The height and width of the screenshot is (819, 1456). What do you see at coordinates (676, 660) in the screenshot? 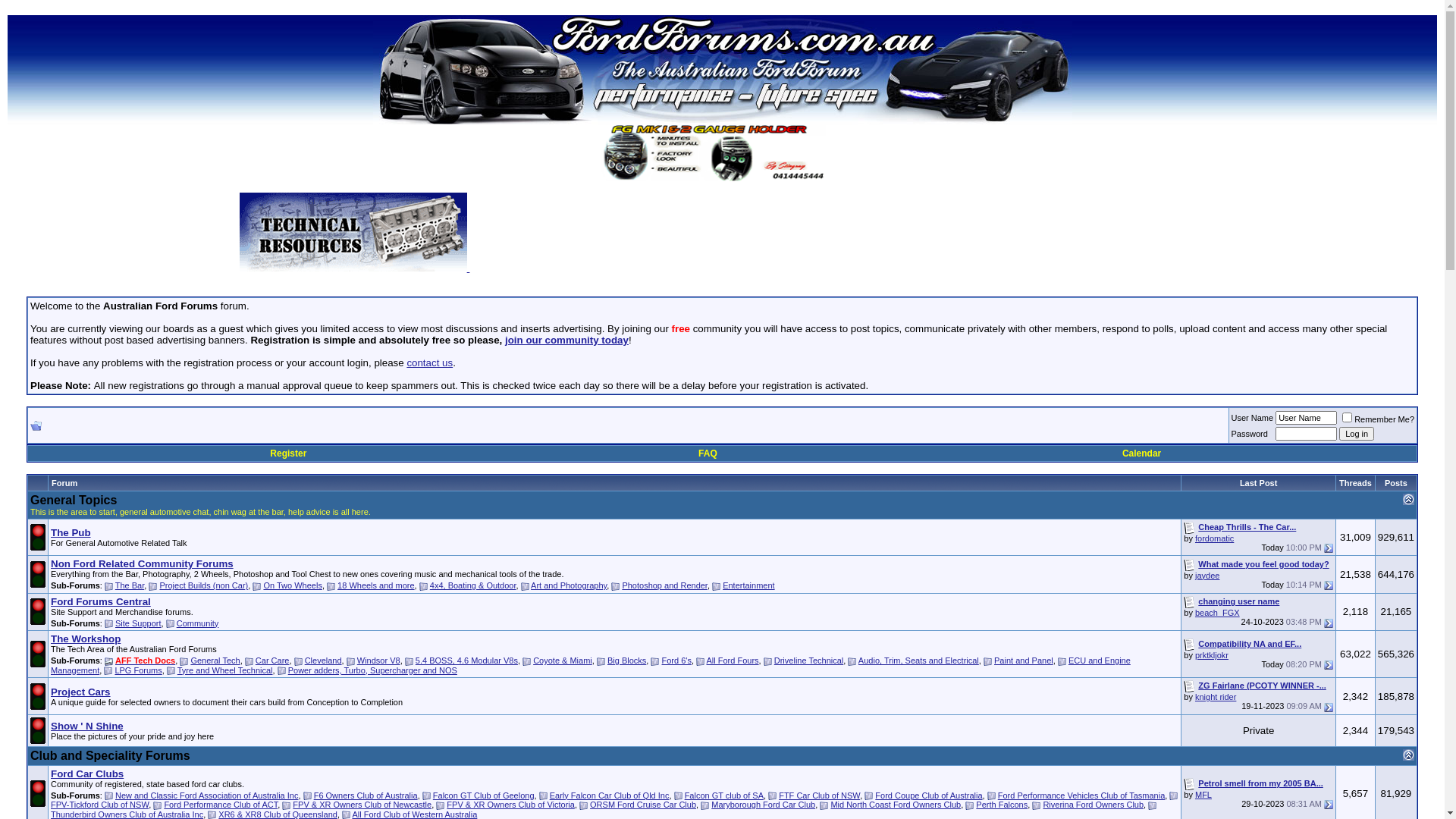
I see `'Ford 6's'` at bounding box center [676, 660].